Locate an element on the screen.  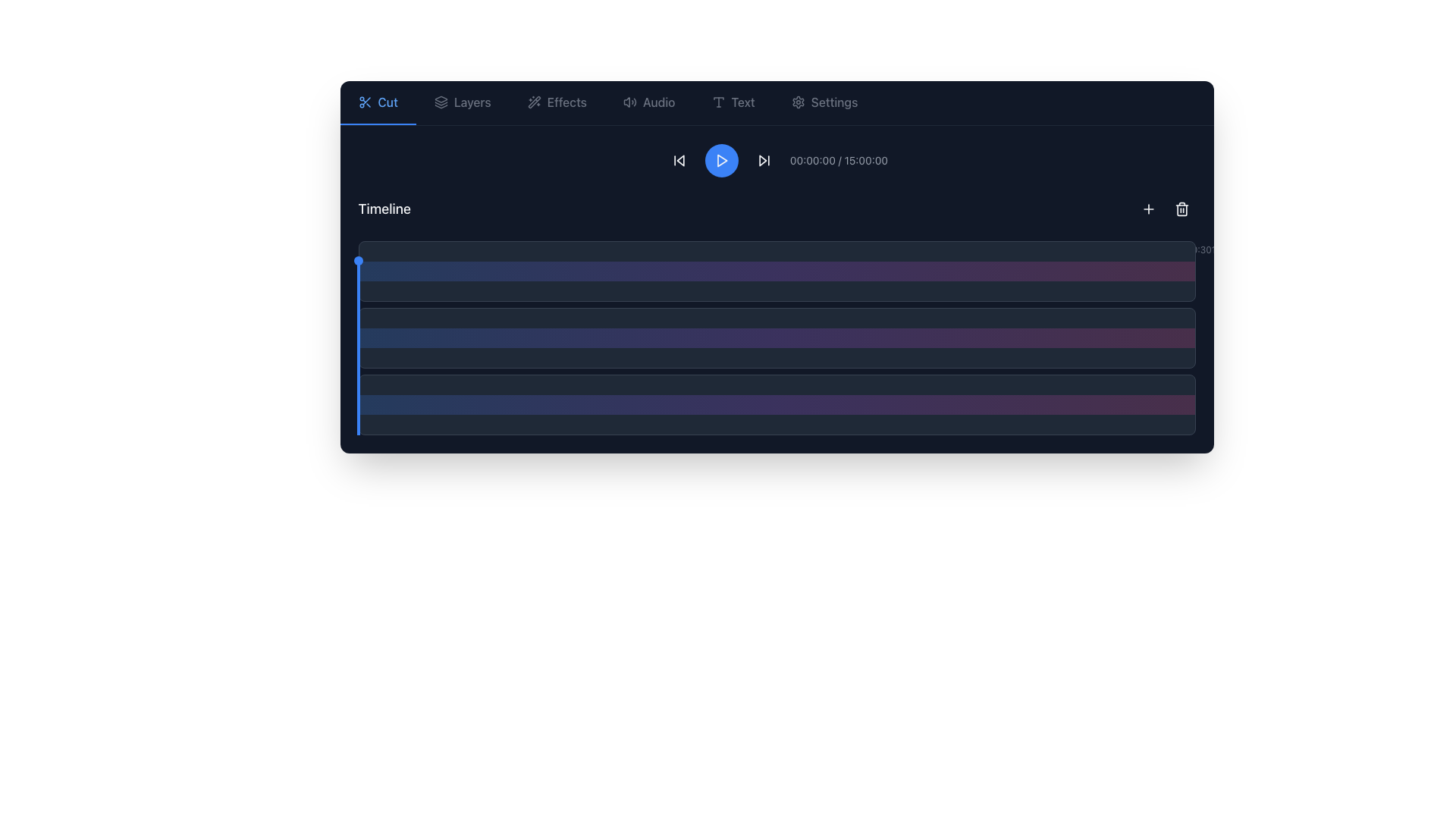
the interactive button located at the top-right corner of the timeline section, which is the first of two sibling buttons is located at coordinates (1148, 209).